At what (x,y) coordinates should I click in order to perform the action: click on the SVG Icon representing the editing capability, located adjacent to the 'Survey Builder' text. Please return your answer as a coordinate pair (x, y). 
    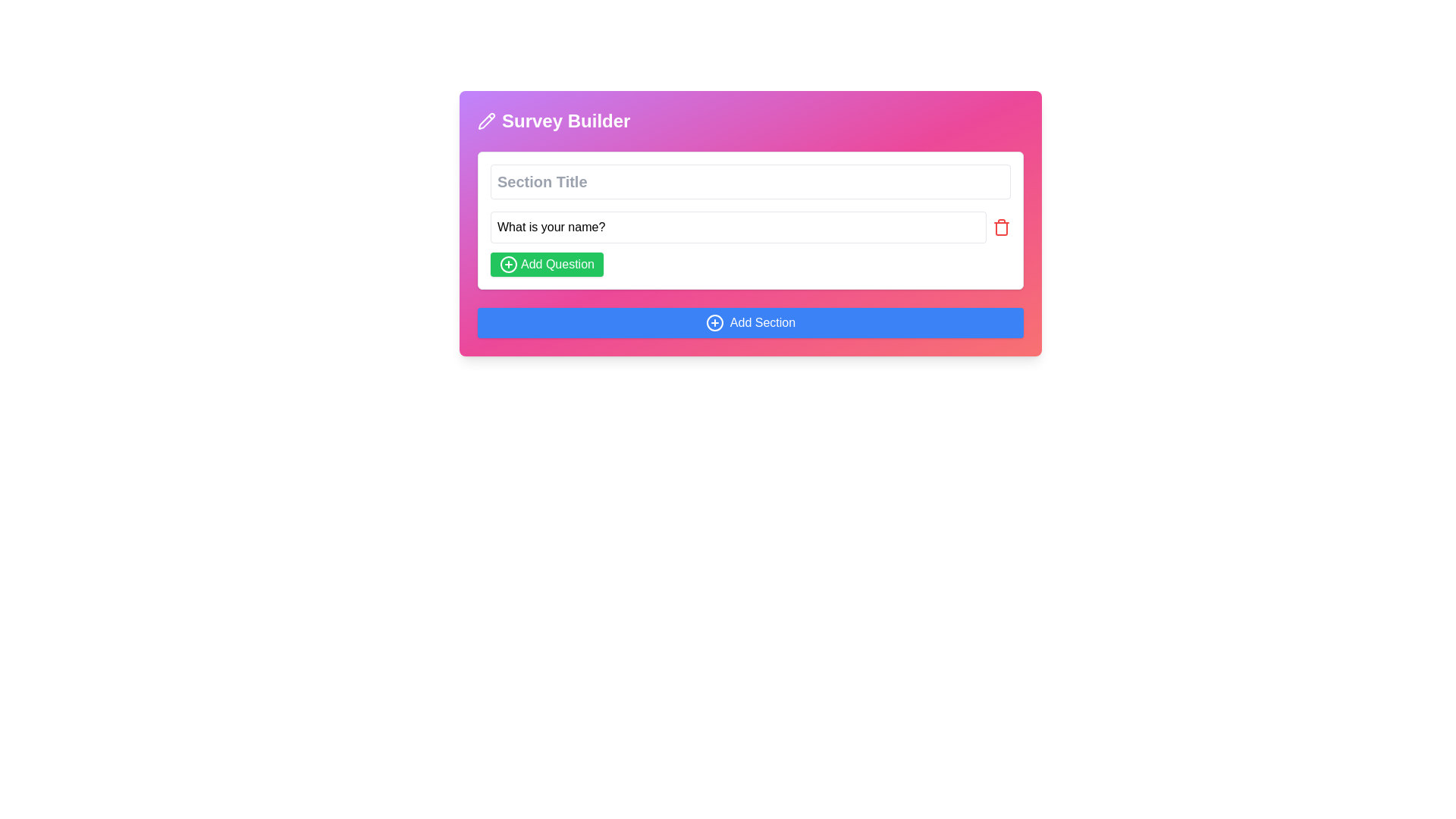
    Looking at the image, I should click on (487, 120).